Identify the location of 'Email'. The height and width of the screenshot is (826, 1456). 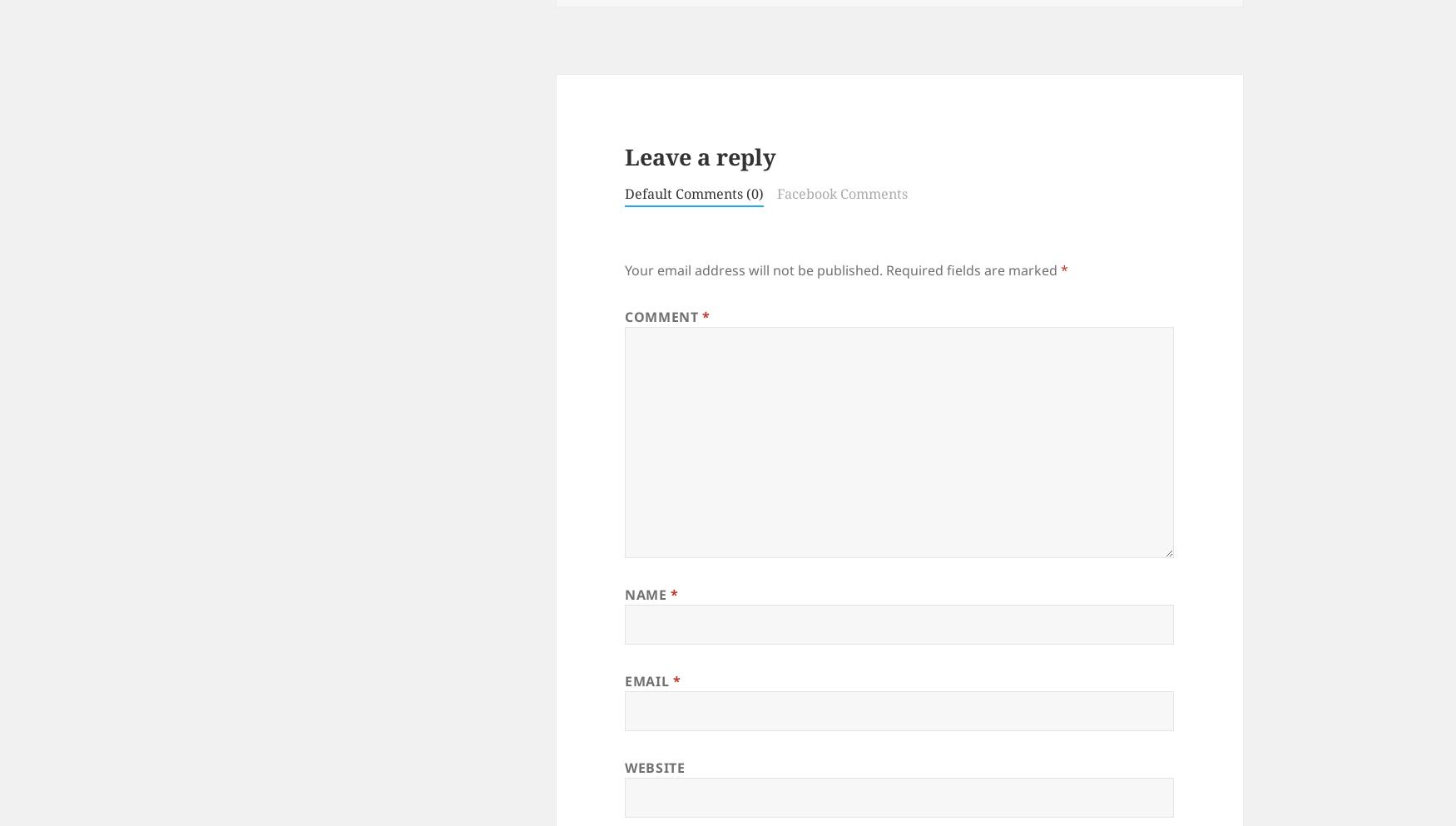
(647, 680).